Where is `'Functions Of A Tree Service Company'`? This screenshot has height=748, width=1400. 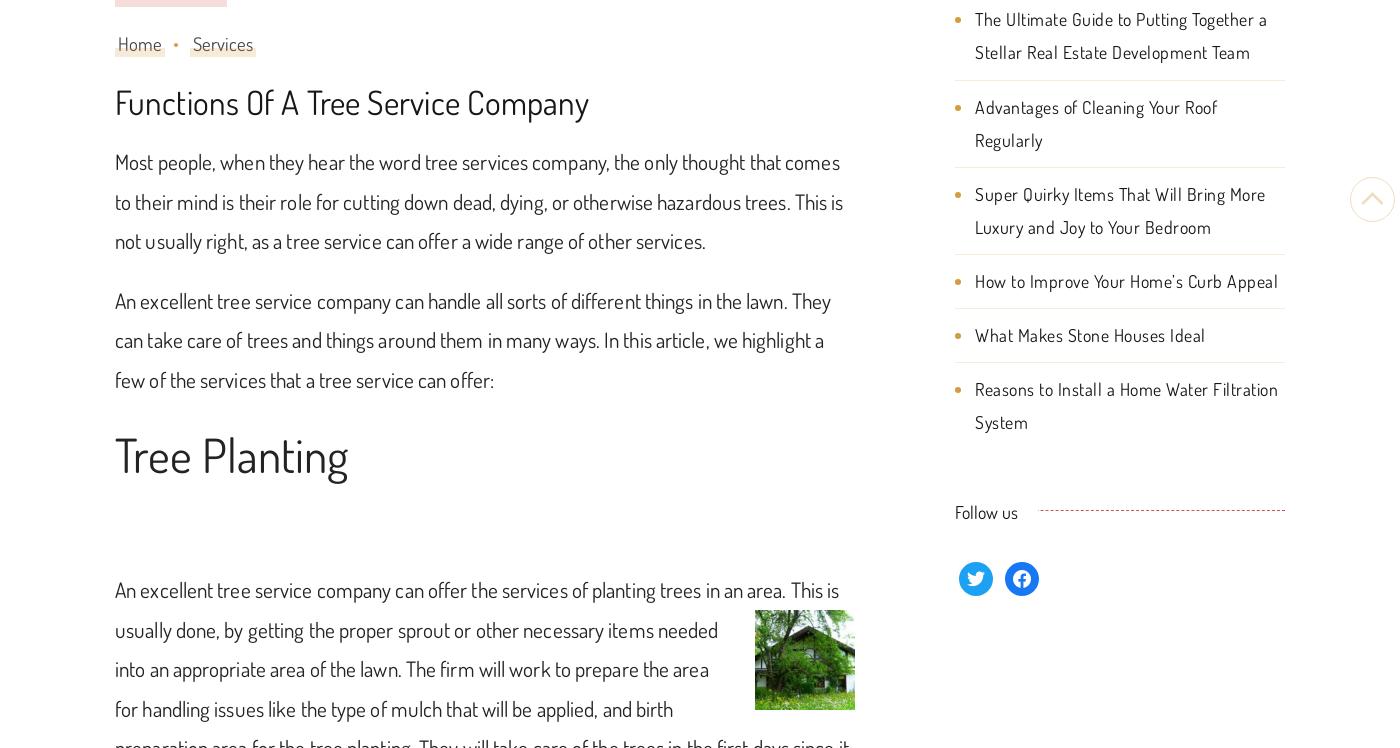
'Functions Of A Tree Service Company' is located at coordinates (351, 102).